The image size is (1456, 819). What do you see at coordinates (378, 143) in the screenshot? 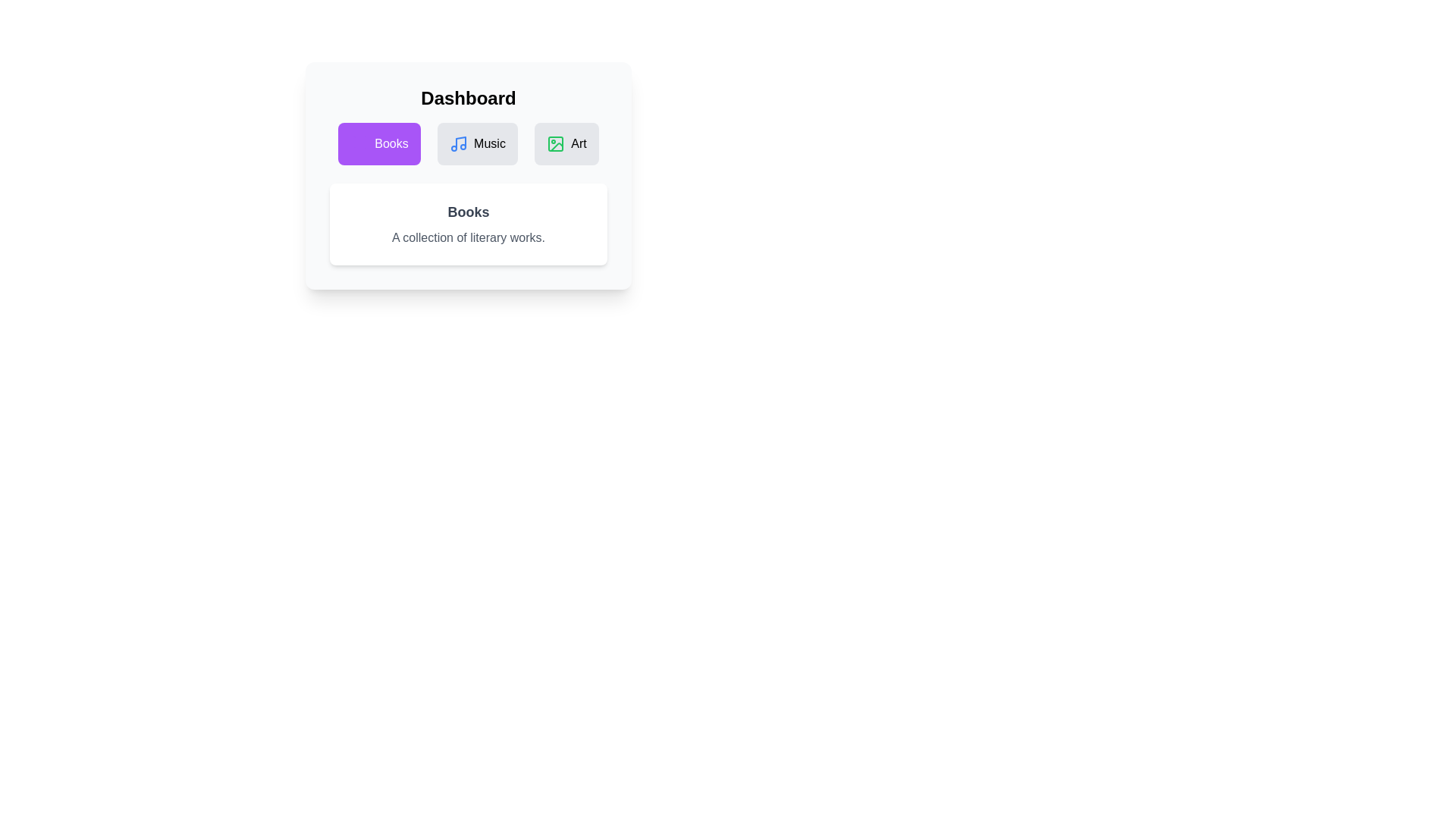
I see `the Books tab button to switch to the respective tab` at bounding box center [378, 143].